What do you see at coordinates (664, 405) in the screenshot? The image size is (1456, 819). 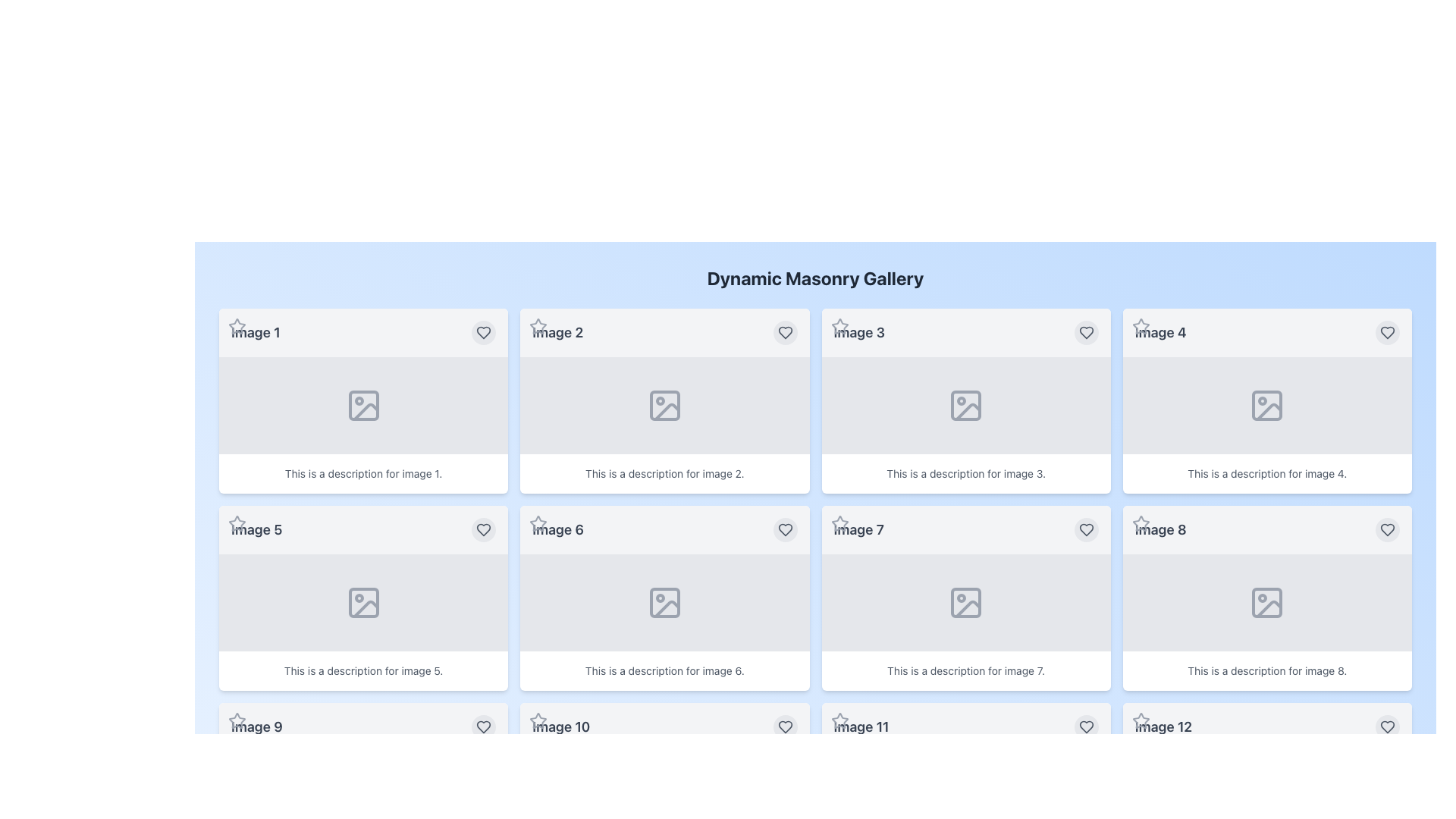 I see `the gray rounded rectangle icon located in the center-right region of the 'Image 2' placeholder in the first row, second column of the dynamic masonry gallery` at bounding box center [664, 405].